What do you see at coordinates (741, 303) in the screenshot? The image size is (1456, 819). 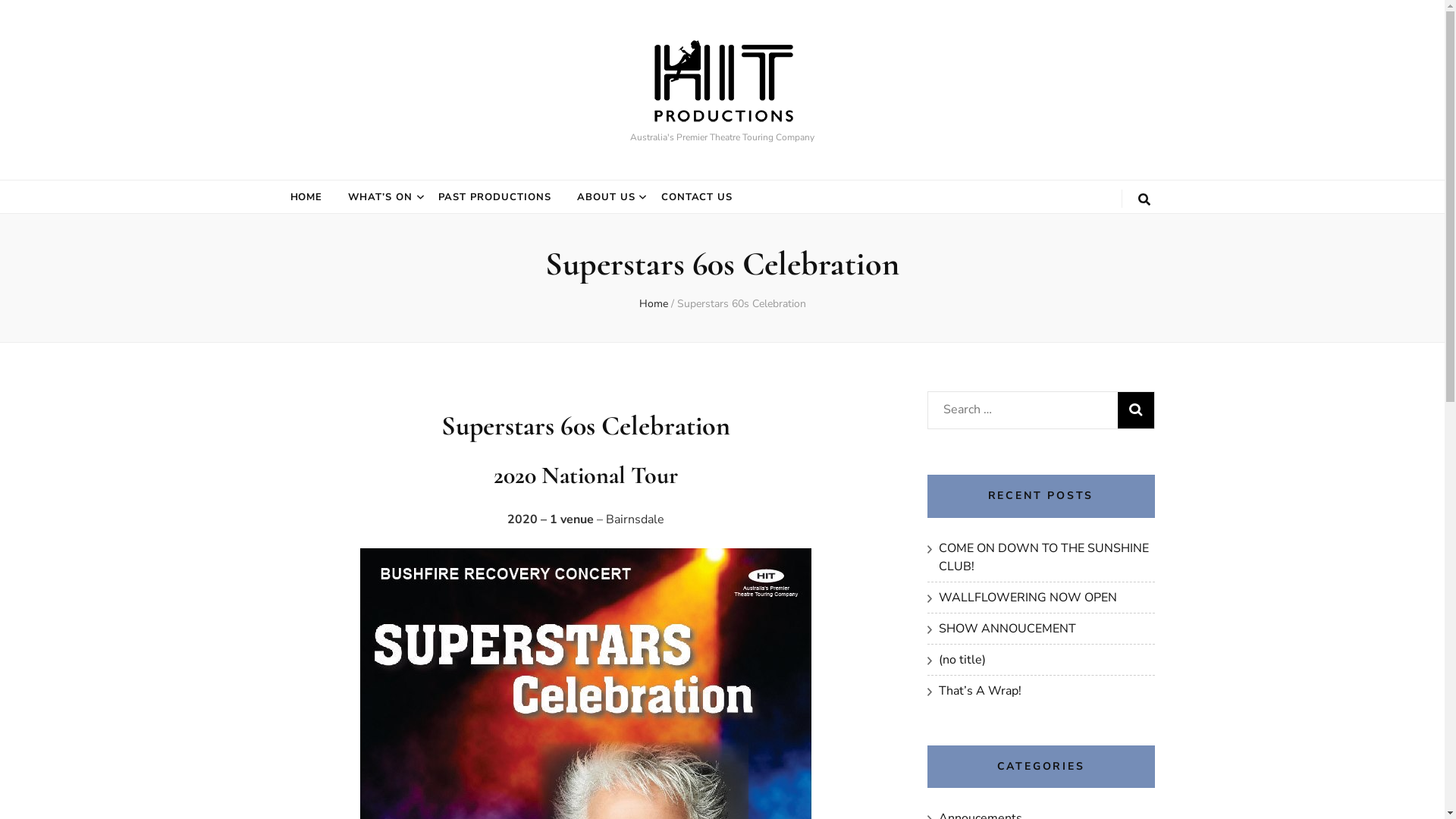 I see `'Superstars 60s Celebration'` at bounding box center [741, 303].